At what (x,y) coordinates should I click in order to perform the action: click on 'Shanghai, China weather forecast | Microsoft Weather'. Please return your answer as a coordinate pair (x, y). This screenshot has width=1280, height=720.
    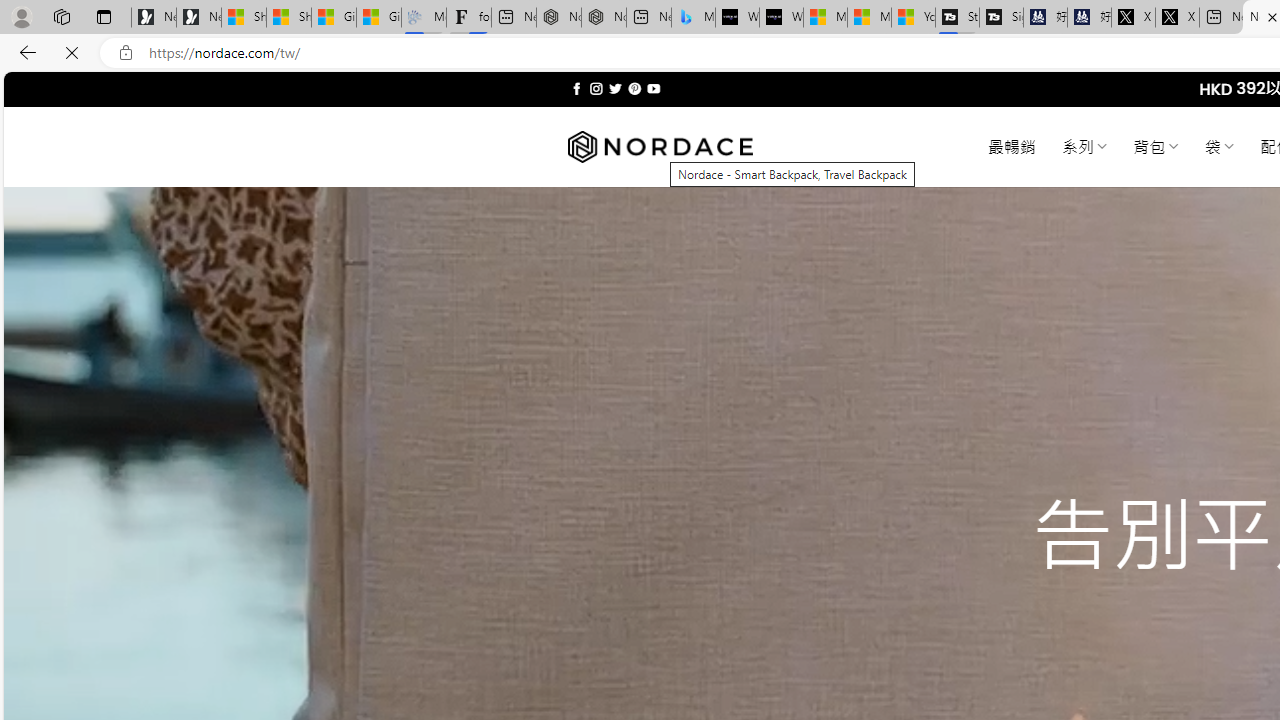
    Looking at the image, I should click on (288, 17).